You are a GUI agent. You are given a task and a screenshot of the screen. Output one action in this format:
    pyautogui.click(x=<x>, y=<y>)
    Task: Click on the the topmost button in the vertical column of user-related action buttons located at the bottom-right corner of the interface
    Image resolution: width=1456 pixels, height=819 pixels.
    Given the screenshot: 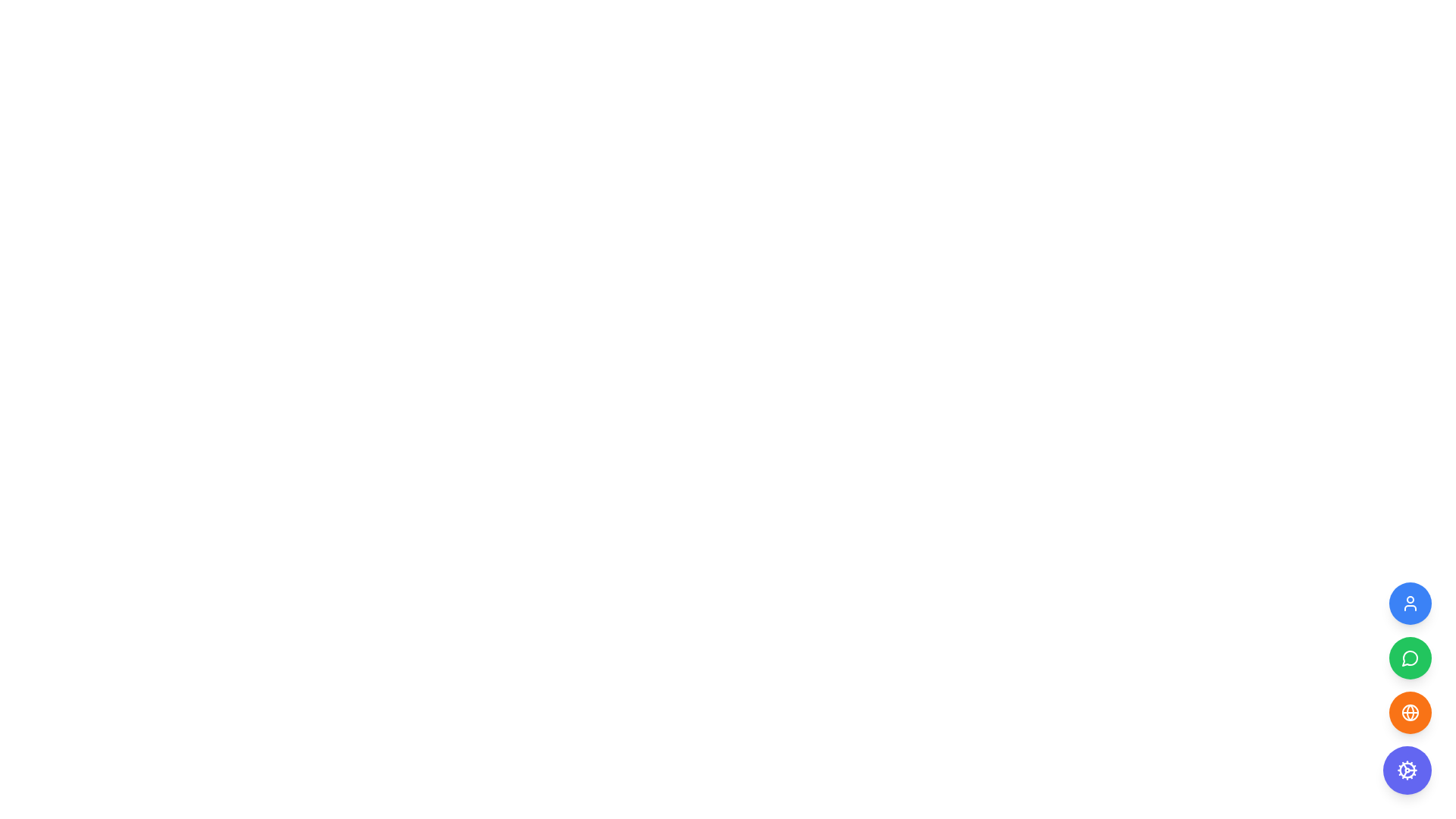 What is the action you would take?
    pyautogui.click(x=1410, y=602)
    